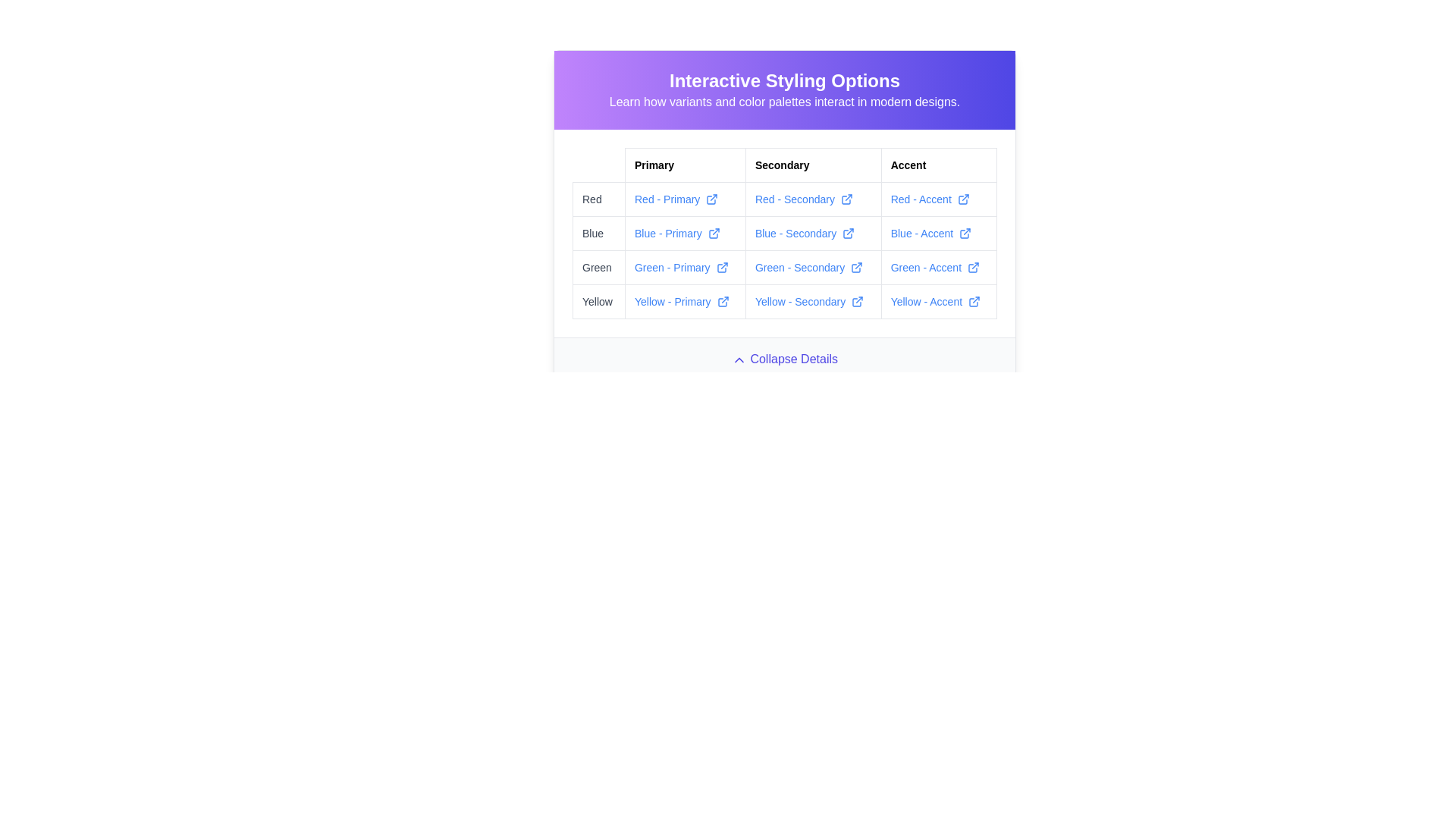 Image resolution: width=1456 pixels, height=819 pixels. Describe the element at coordinates (962, 198) in the screenshot. I see `the external link icon located in the 'Red - Accent' section of the styled table, aligned with the text link labeled 'Red - Accent'` at that location.